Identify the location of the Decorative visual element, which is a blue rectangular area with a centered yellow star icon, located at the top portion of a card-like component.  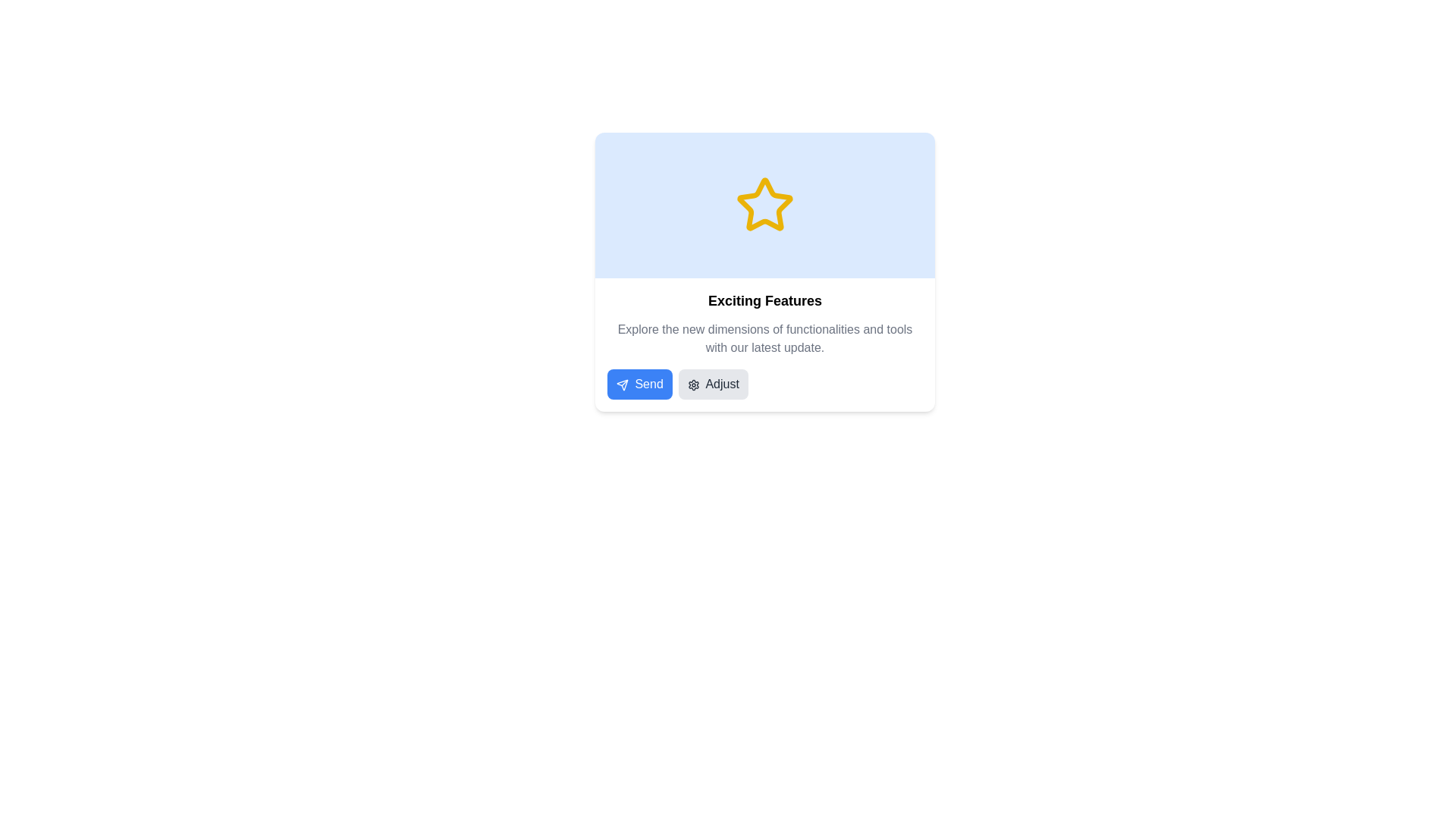
(764, 205).